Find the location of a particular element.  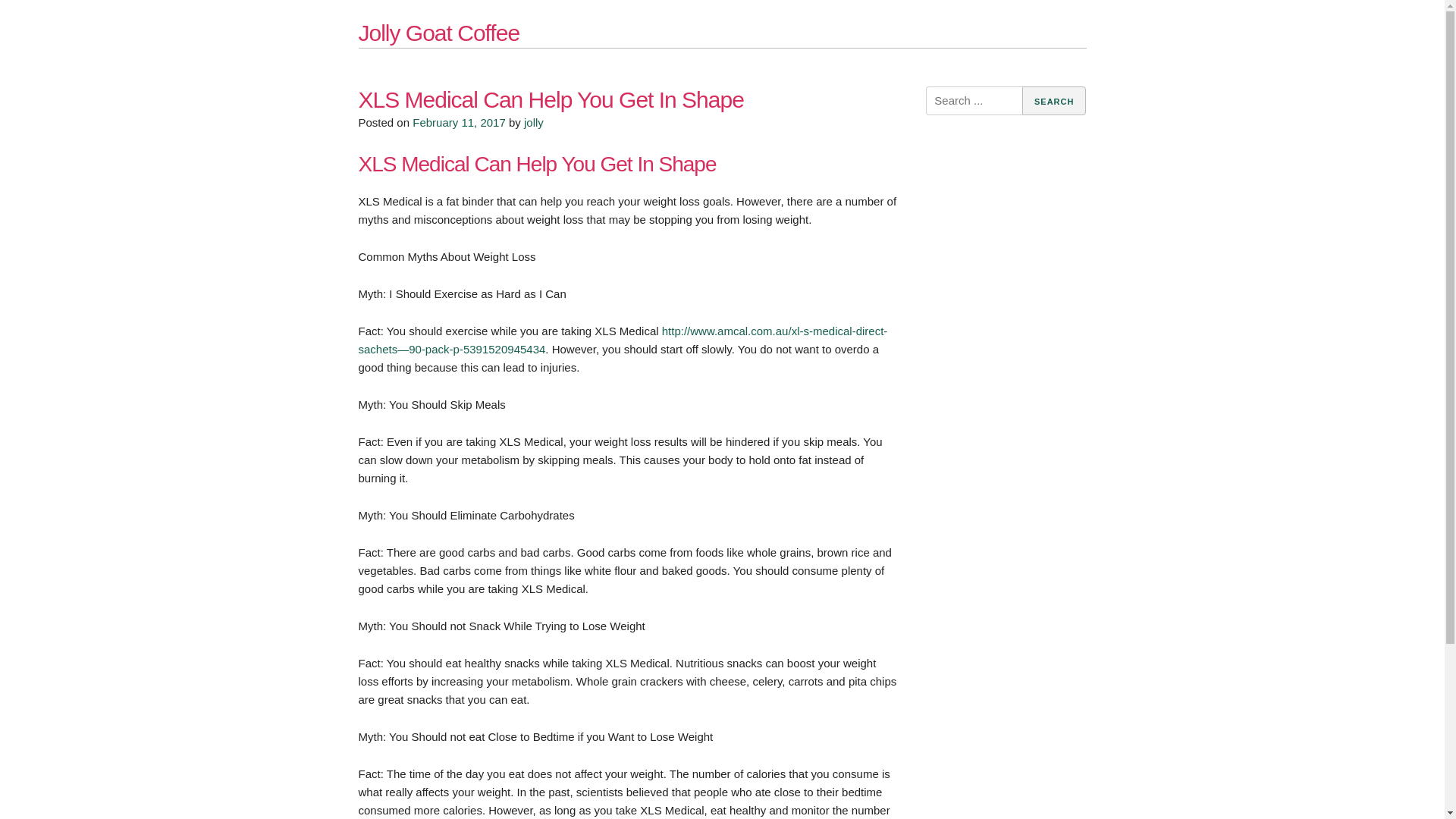

'Search' is located at coordinates (1022, 100).